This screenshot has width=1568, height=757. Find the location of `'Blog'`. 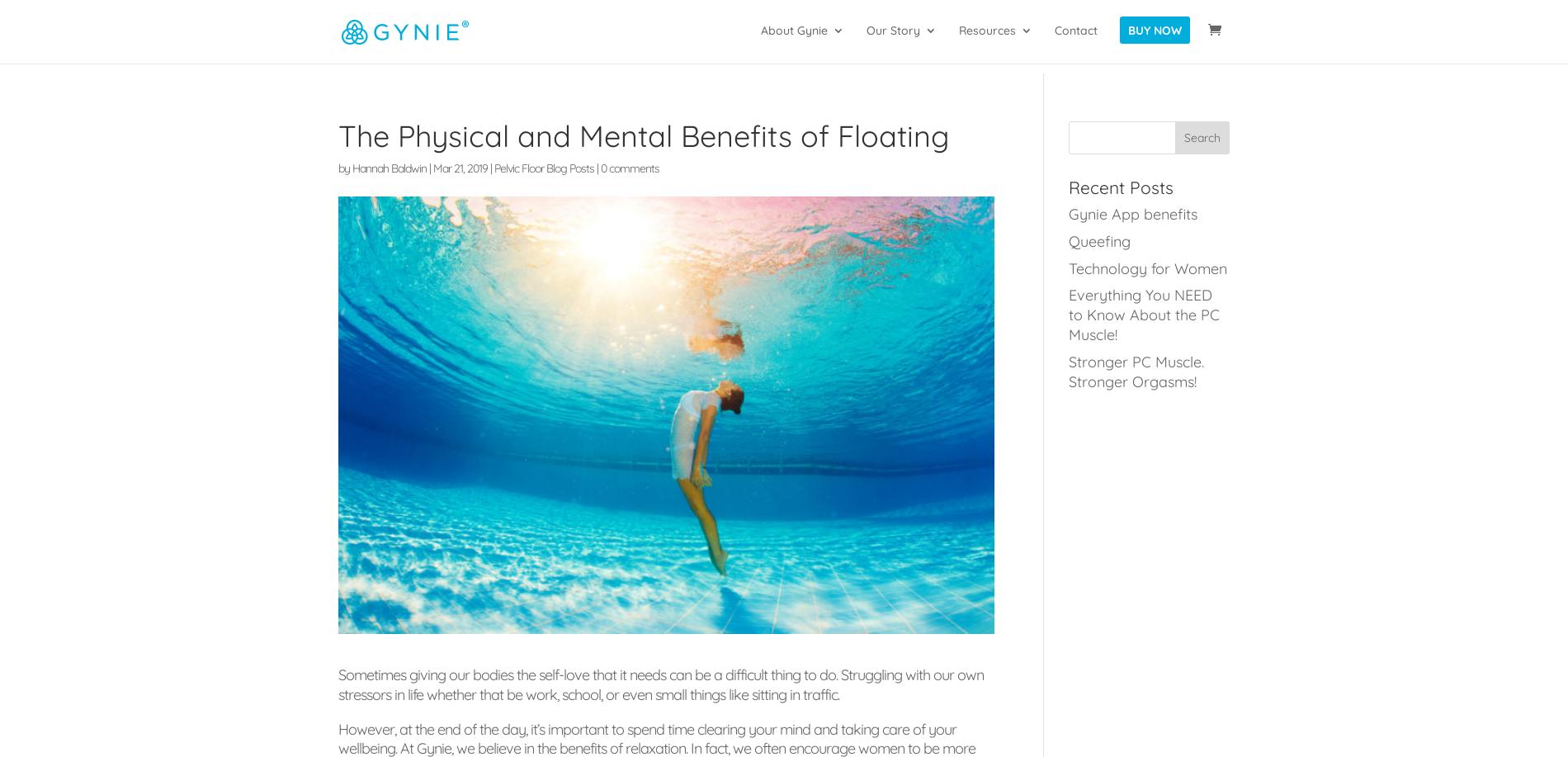

'Blog' is located at coordinates (1003, 109).